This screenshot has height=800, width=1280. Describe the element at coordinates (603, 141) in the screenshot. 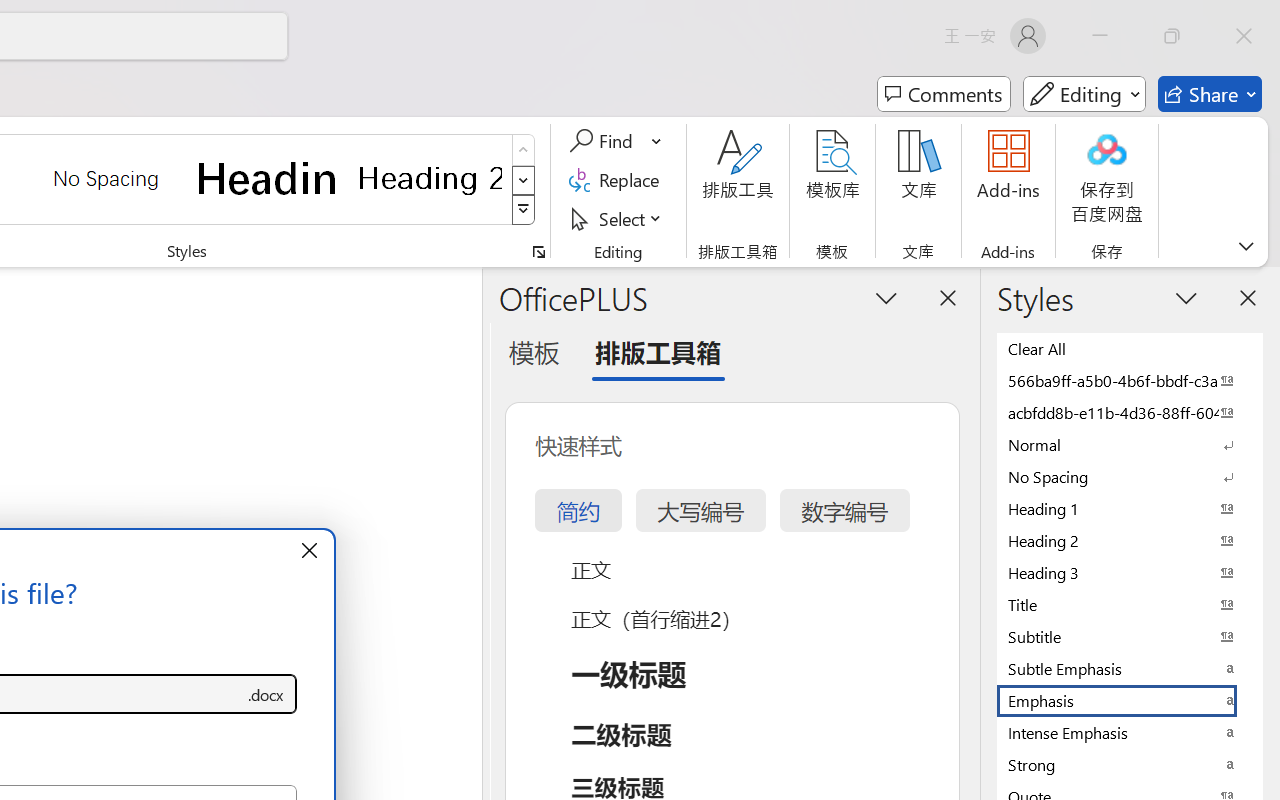

I see `'Find'` at that location.